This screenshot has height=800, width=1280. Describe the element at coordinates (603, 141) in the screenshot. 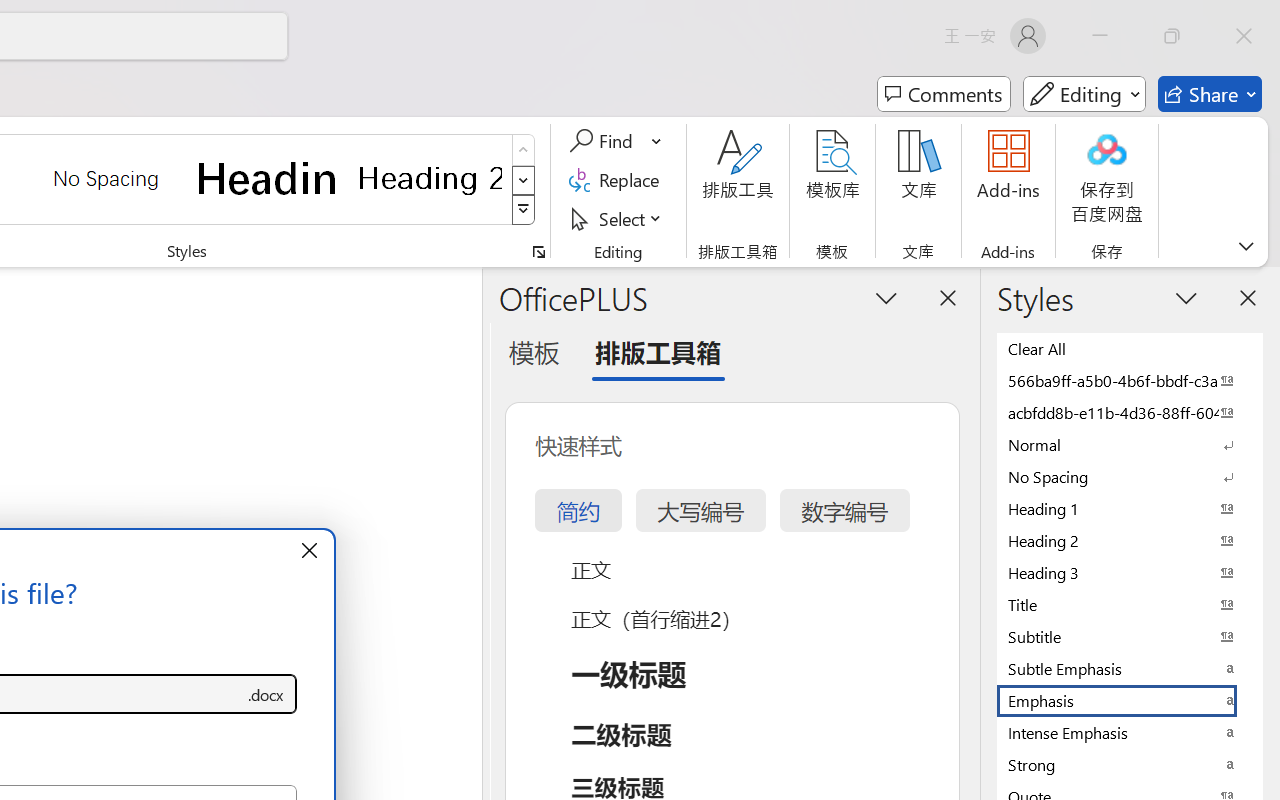

I see `'Find'` at that location.